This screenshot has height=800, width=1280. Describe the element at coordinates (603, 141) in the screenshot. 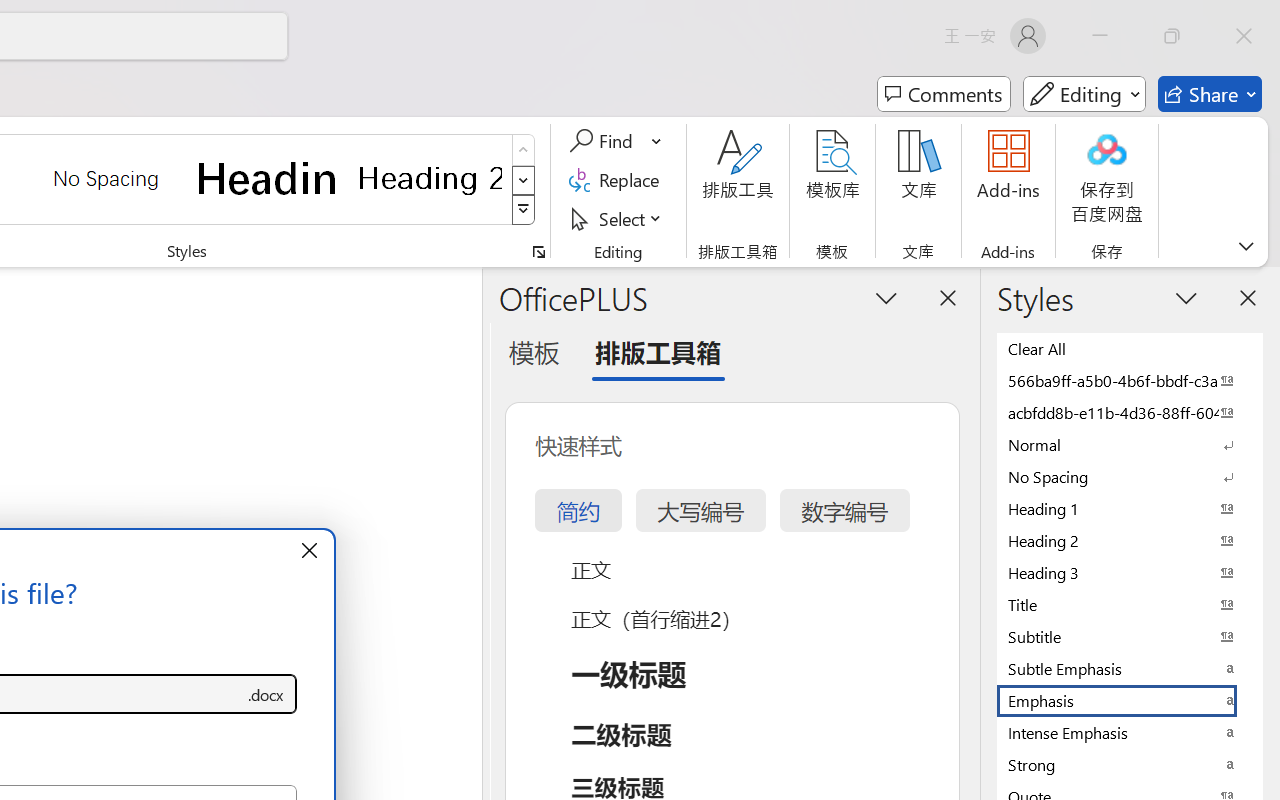

I see `'Find'` at that location.